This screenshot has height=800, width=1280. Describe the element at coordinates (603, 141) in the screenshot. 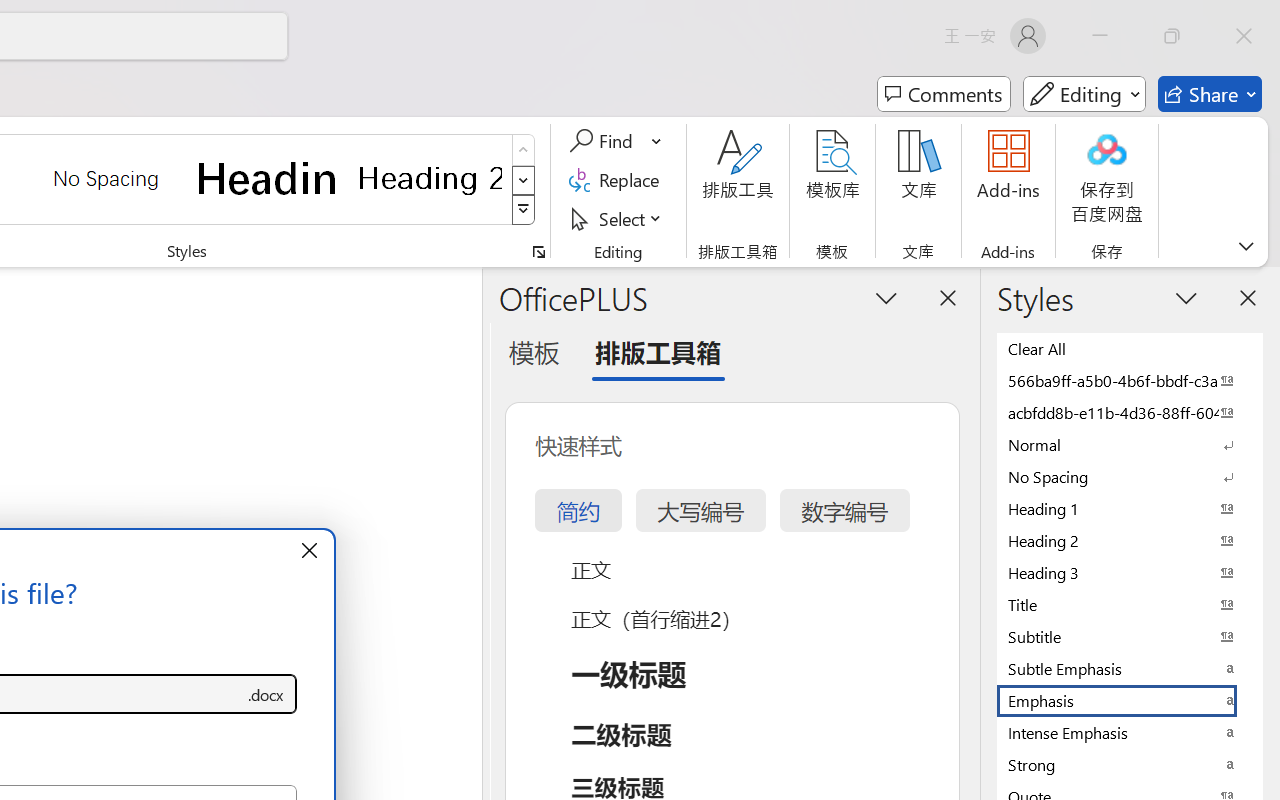

I see `'Find'` at that location.